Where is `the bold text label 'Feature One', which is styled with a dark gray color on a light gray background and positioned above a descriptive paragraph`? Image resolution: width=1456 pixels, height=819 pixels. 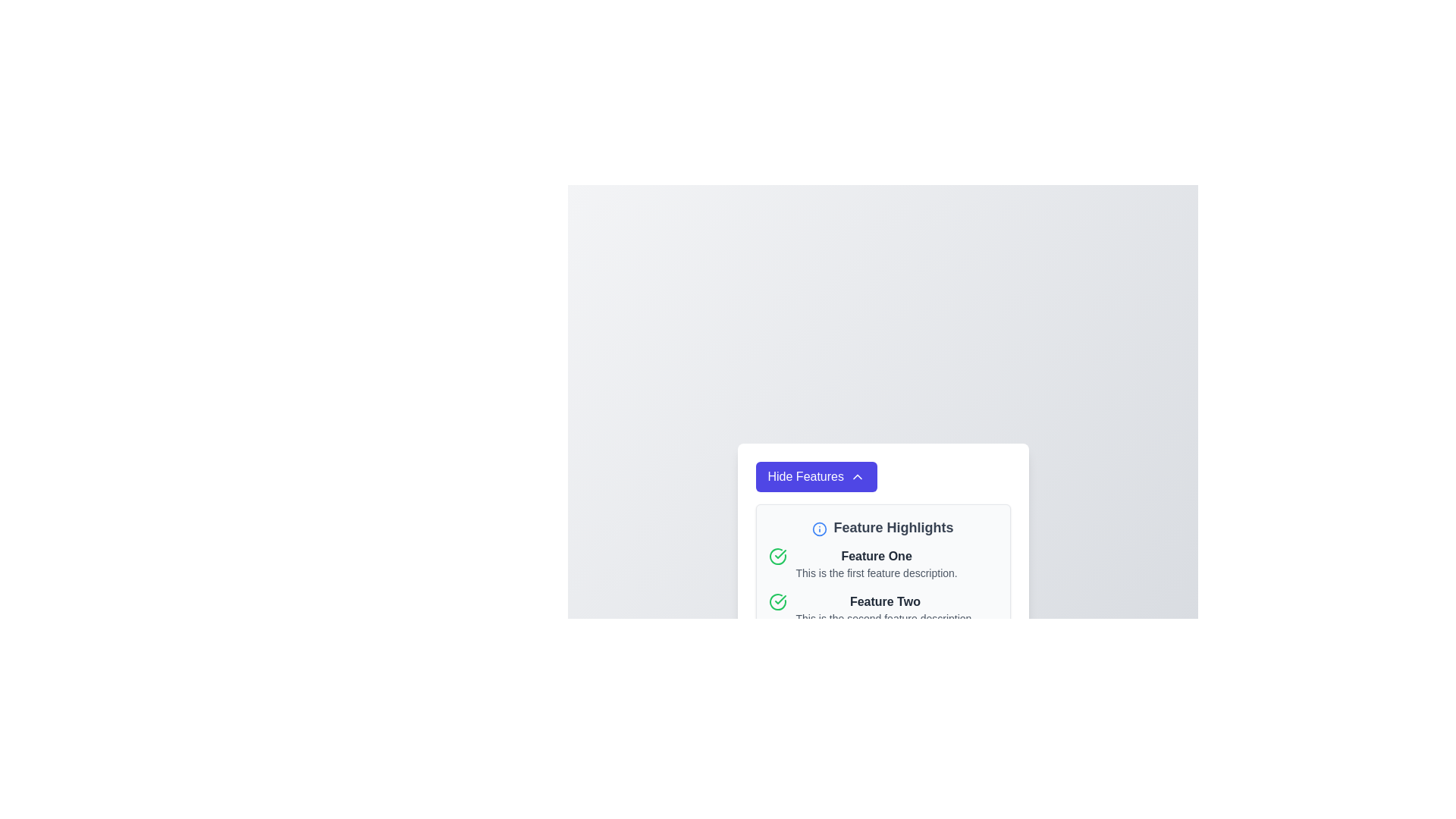
the bold text label 'Feature One', which is styled with a dark gray color on a light gray background and positioned above a descriptive paragraph is located at coordinates (877, 556).